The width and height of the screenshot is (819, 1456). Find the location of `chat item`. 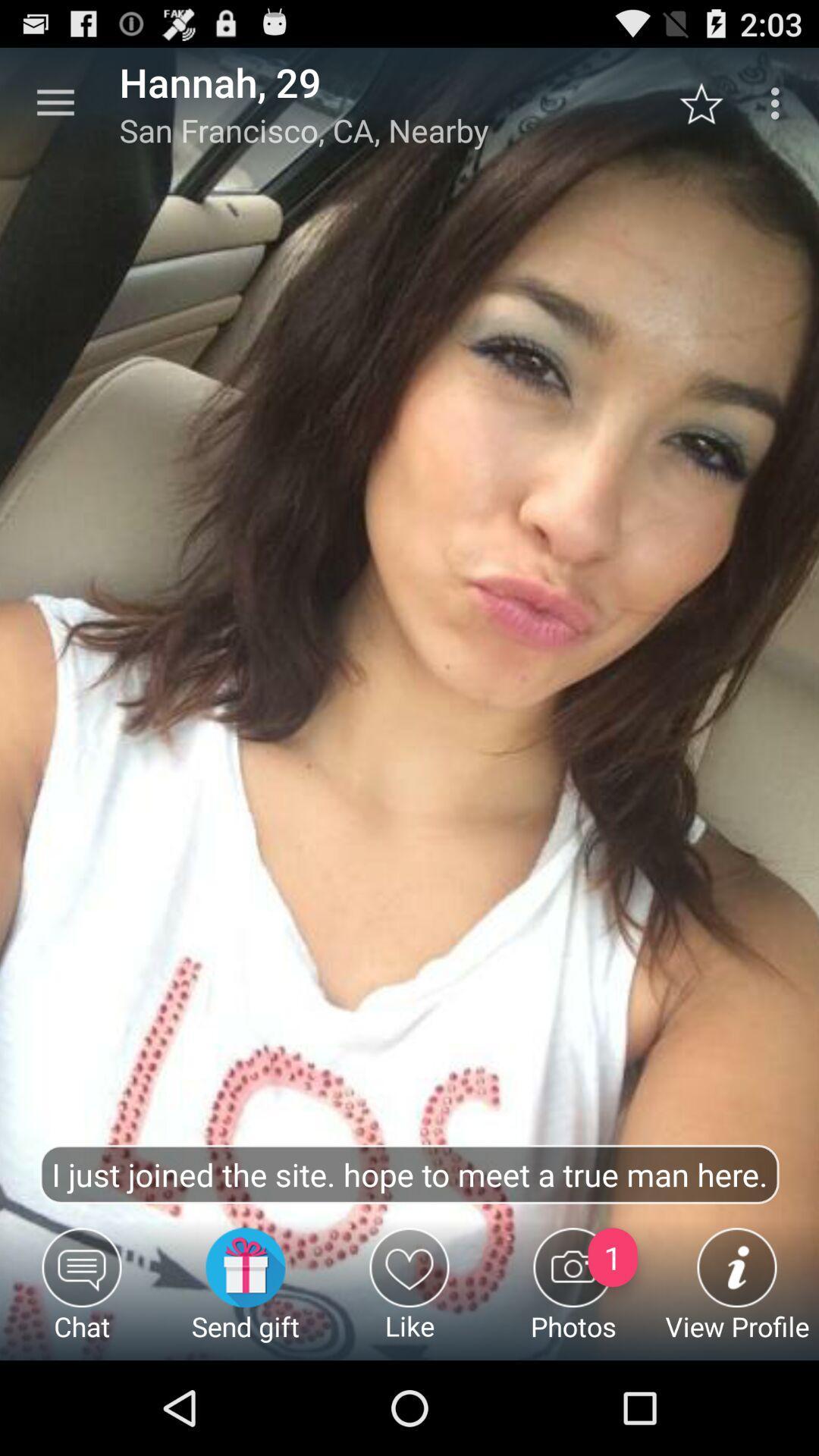

chat item is located at coordinates (82, 1293).